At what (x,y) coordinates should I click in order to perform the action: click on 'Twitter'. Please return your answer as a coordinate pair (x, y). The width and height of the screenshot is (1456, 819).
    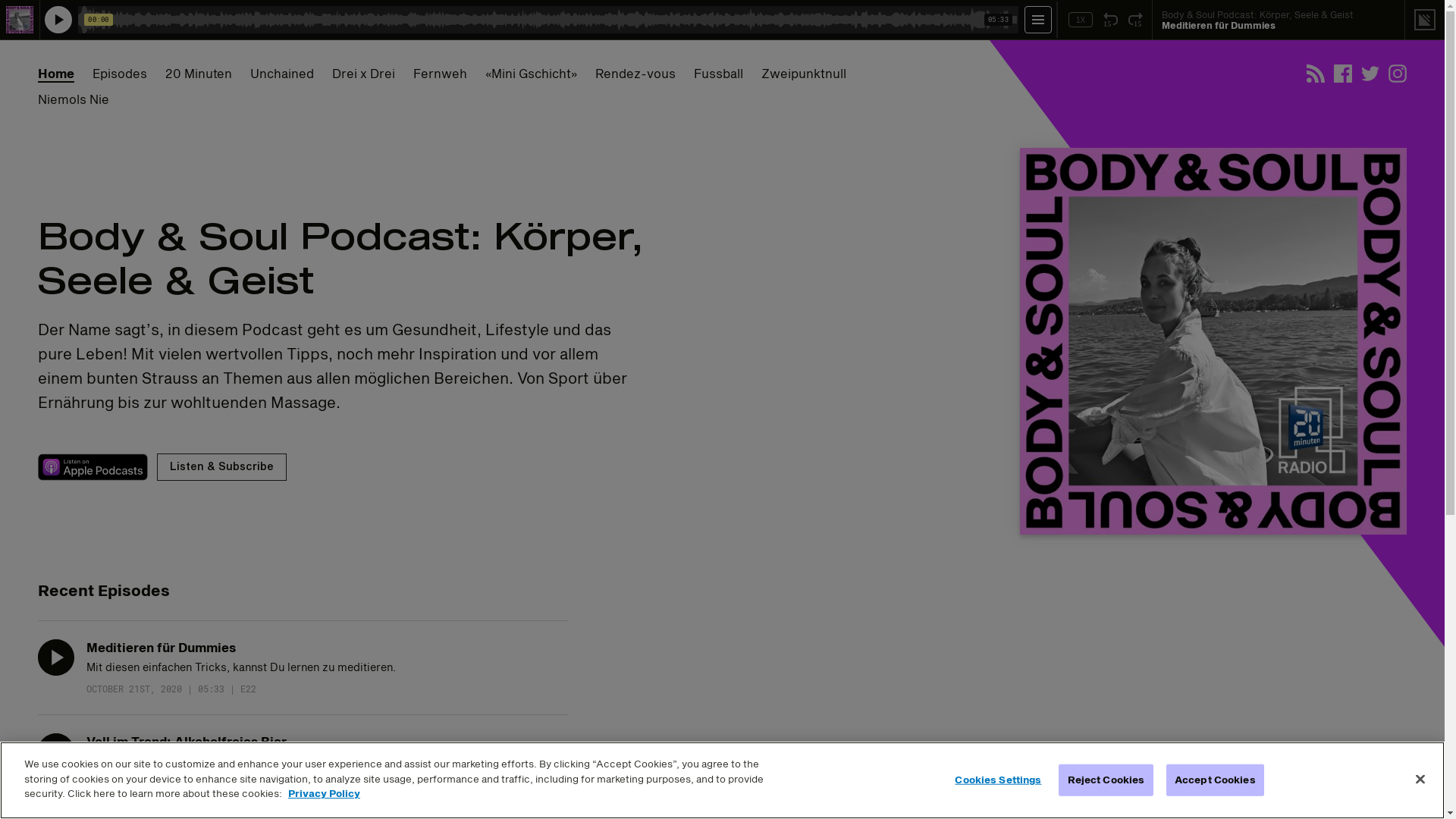
    Looking at the image, I should click on (1370, 73).